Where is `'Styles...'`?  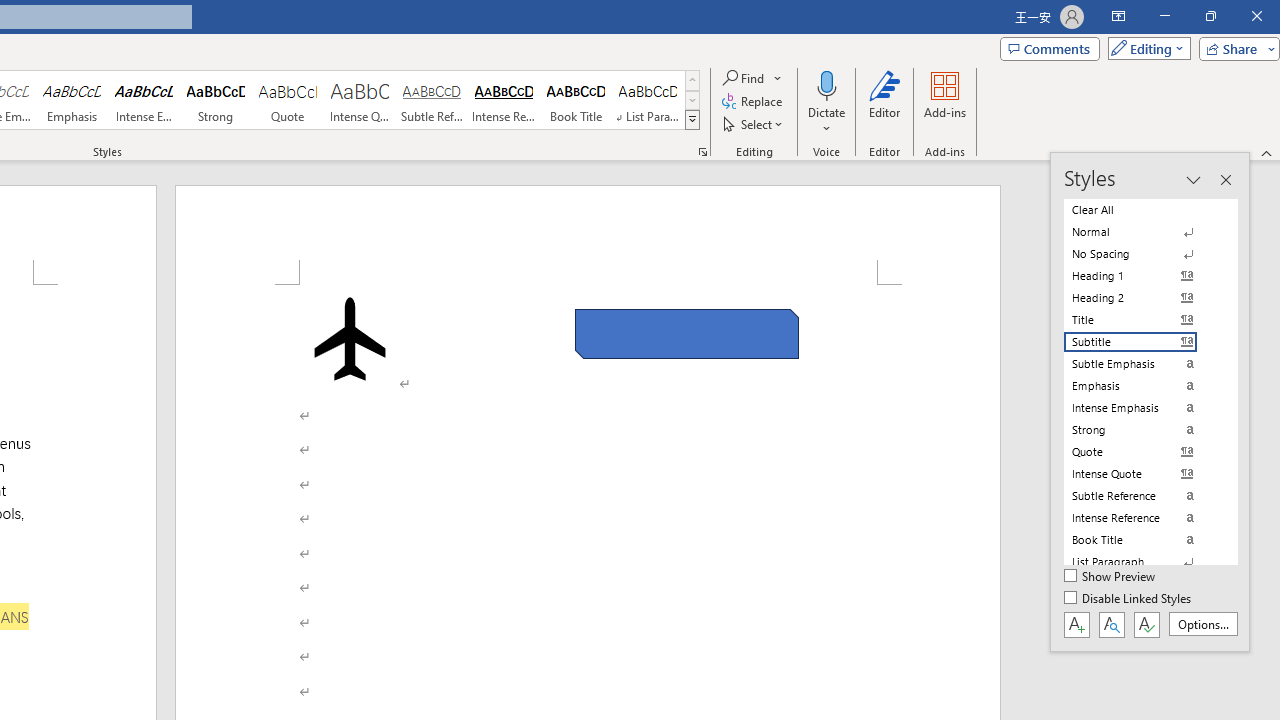
'Styles...' is located at coordinates (702, 150).